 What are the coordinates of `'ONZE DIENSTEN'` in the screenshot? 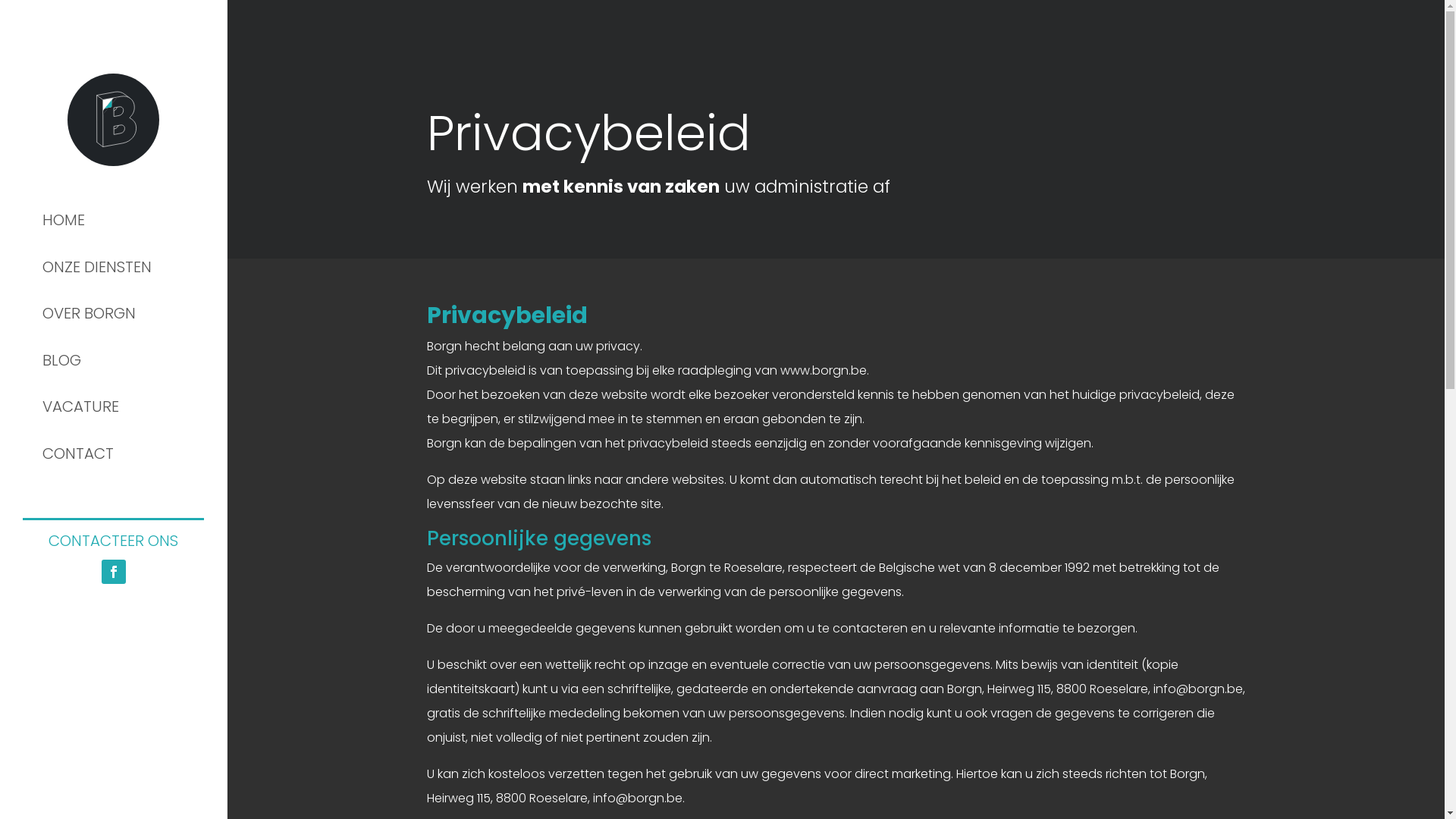 It's located at (31, 265).